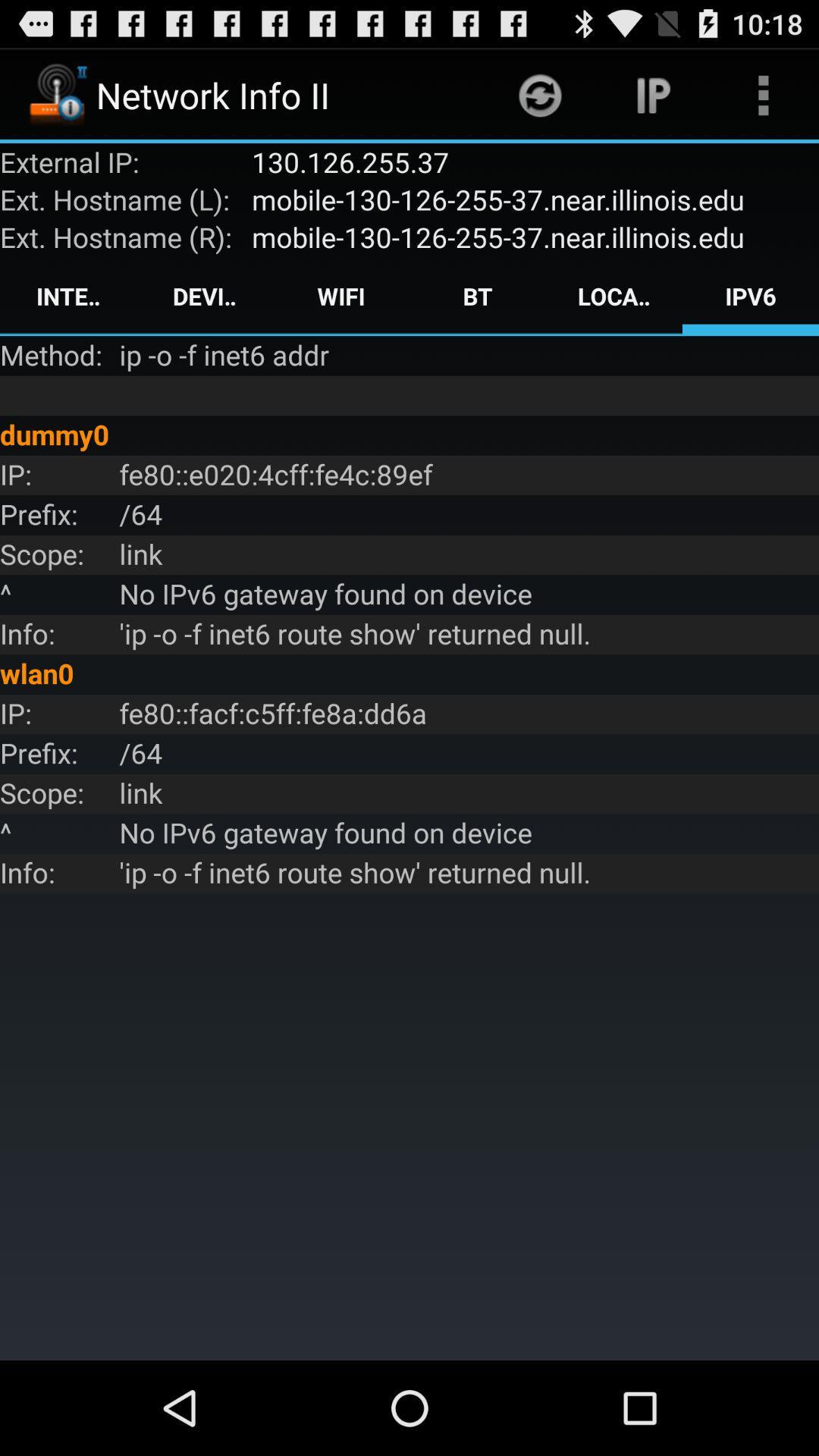 This screenshot has height=1456, width=819. I want to click on item to the left of the bt item, so click(341, 296).